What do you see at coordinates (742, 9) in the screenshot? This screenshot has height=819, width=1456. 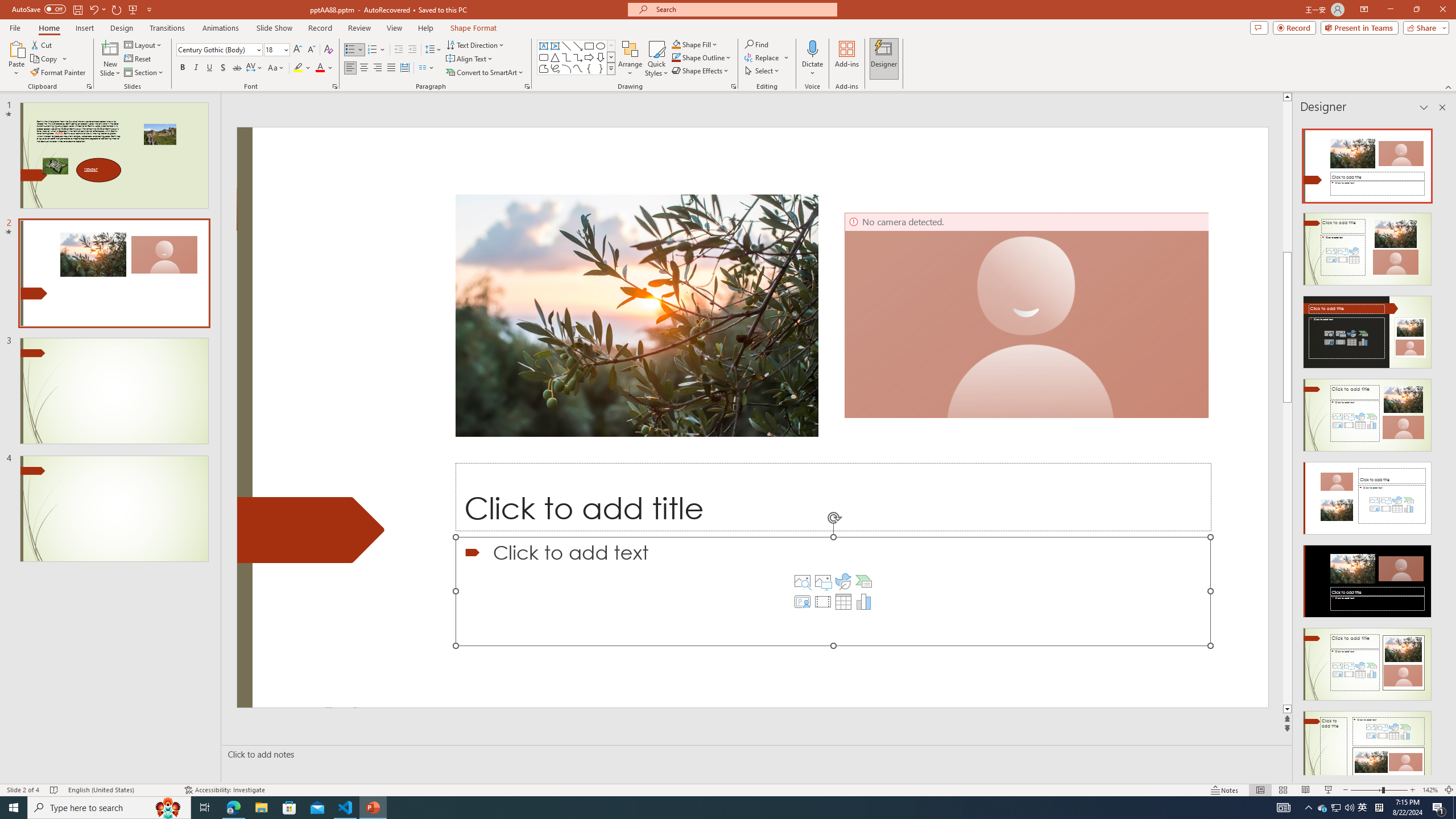 I see `'Microsoft search'` at bounding box center [742, 9].